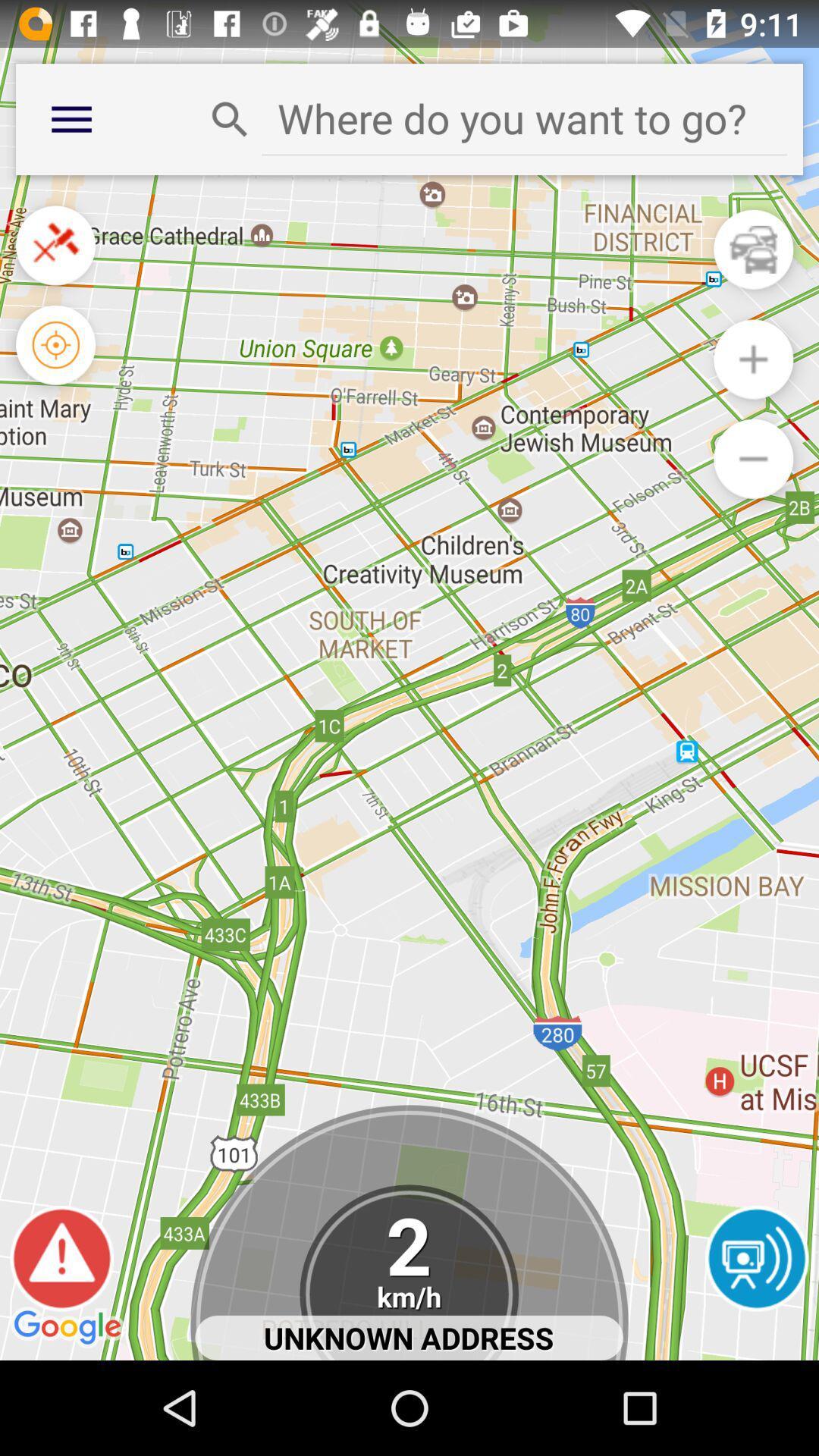 The image size is (819, 1456). What do you see at coordinates (753, 359) in the screenshot?
I see `zoom into the map` at bounding box center [753, 359].